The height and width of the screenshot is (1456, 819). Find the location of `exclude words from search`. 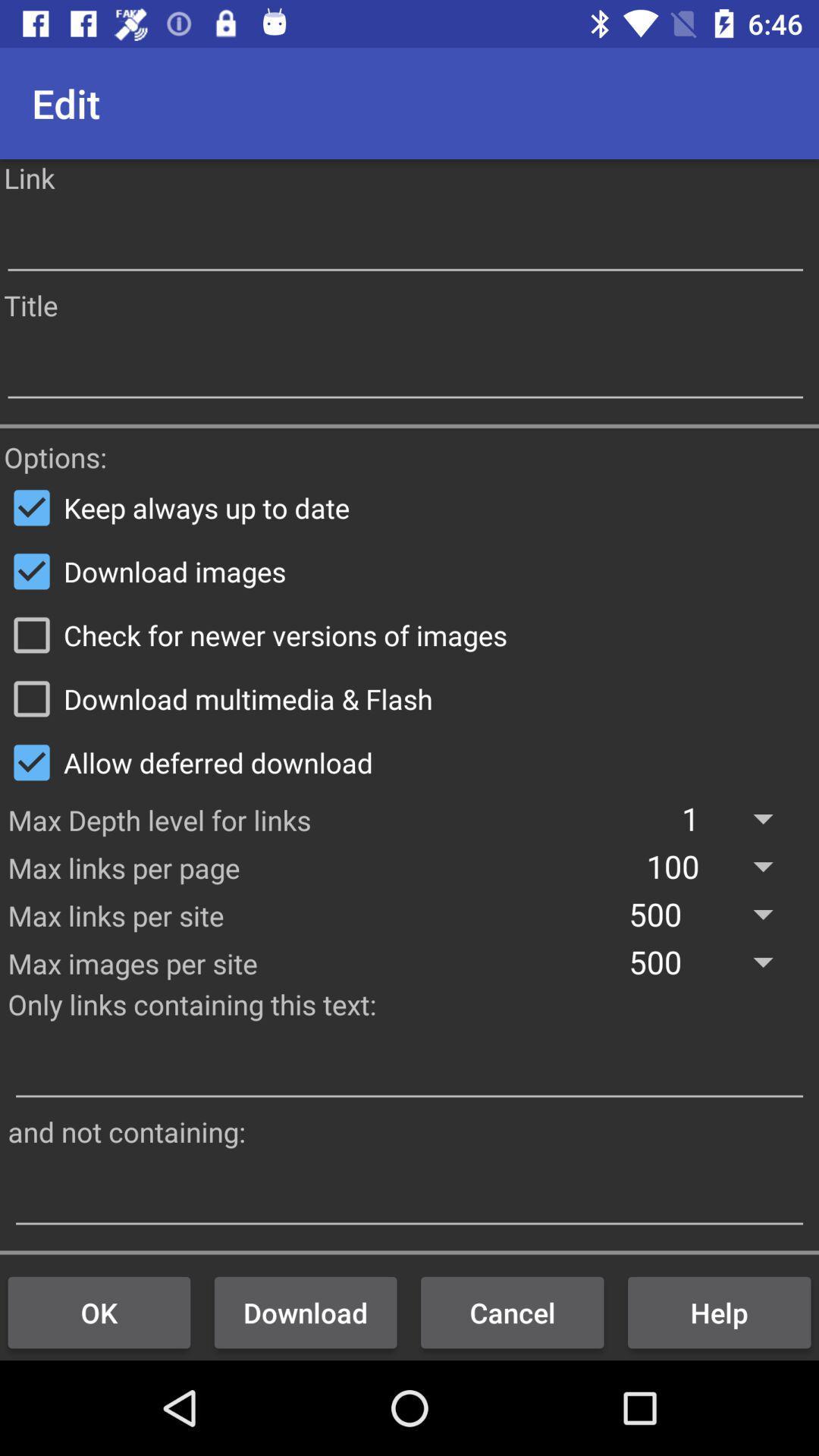

exclude words from search is located at coordinates (409, 1194).